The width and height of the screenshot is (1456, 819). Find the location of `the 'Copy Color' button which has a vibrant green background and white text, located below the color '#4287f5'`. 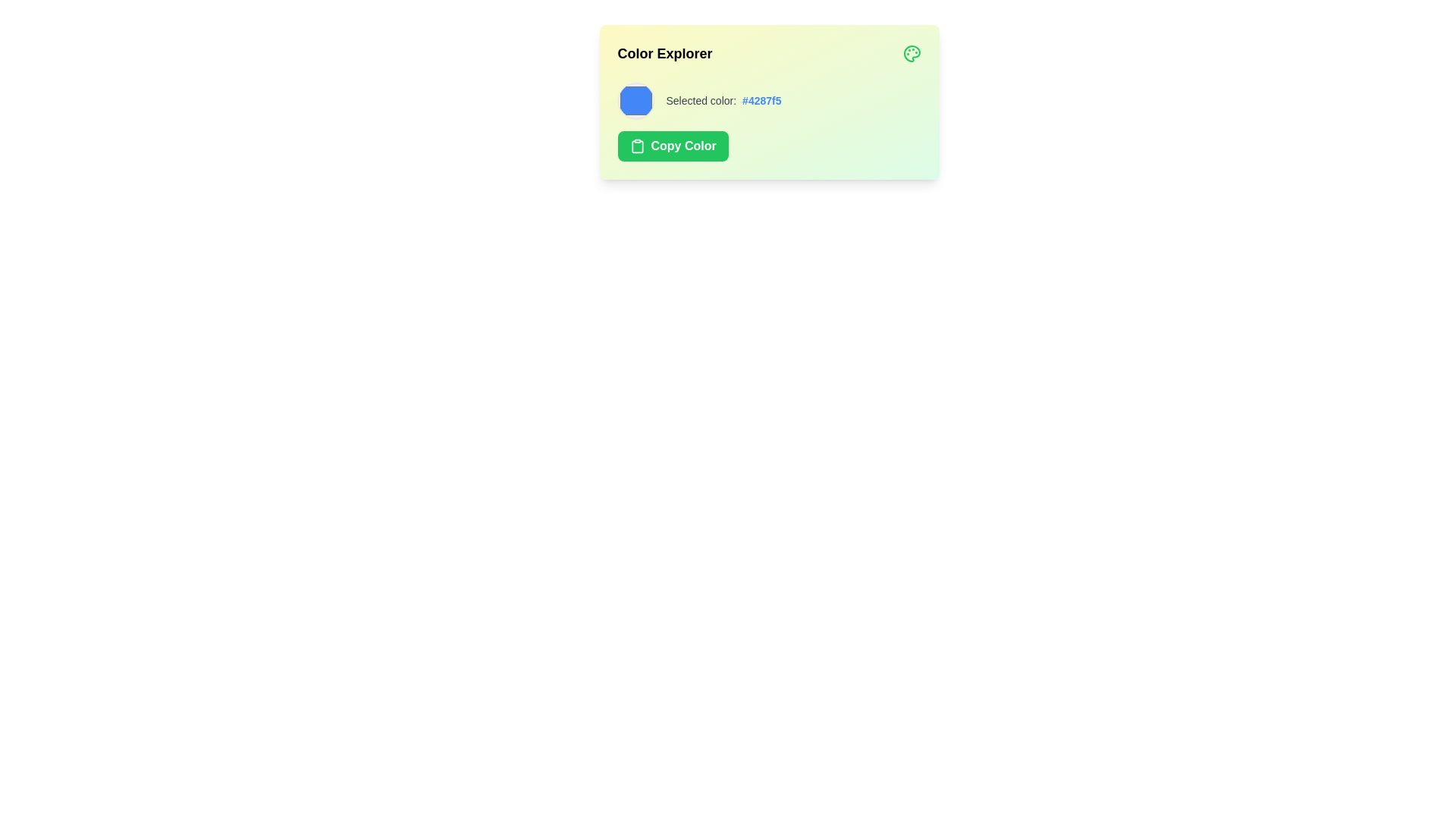

the 'Copy Color' button which has a vibrant green background and white text, located below the color '#4287f5' is located at coordinates (672, 146).